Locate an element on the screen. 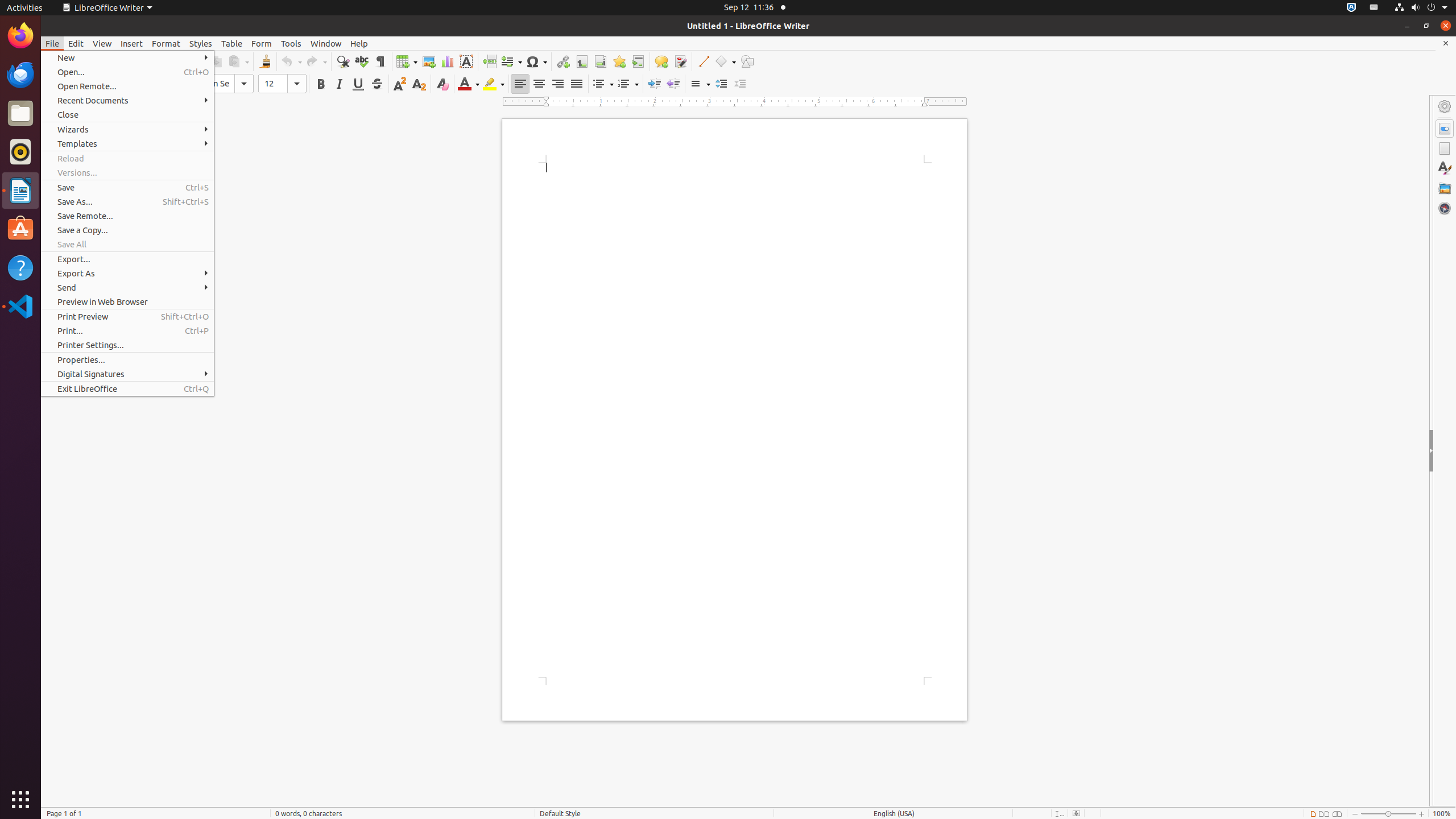  'Bullets' is located at coordinates (602, 83).